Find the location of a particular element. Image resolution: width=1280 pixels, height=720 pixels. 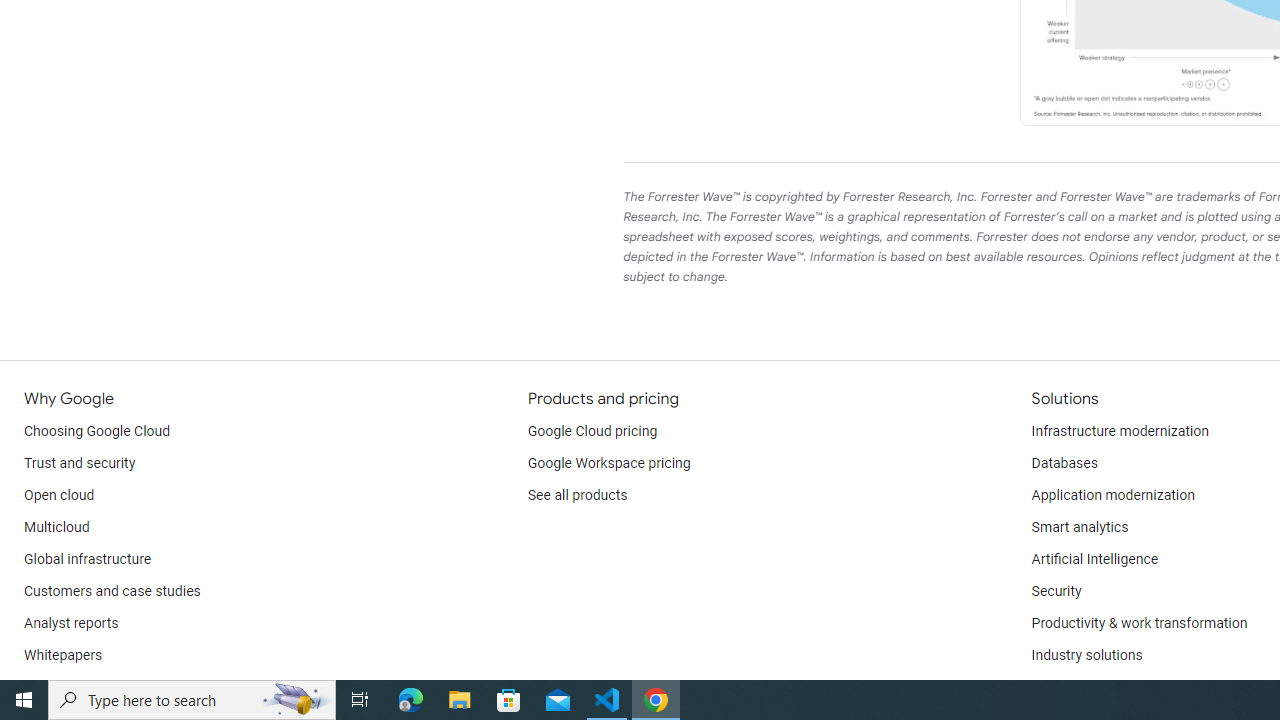

'Analyst reports' is located at coordinates (71, 622).